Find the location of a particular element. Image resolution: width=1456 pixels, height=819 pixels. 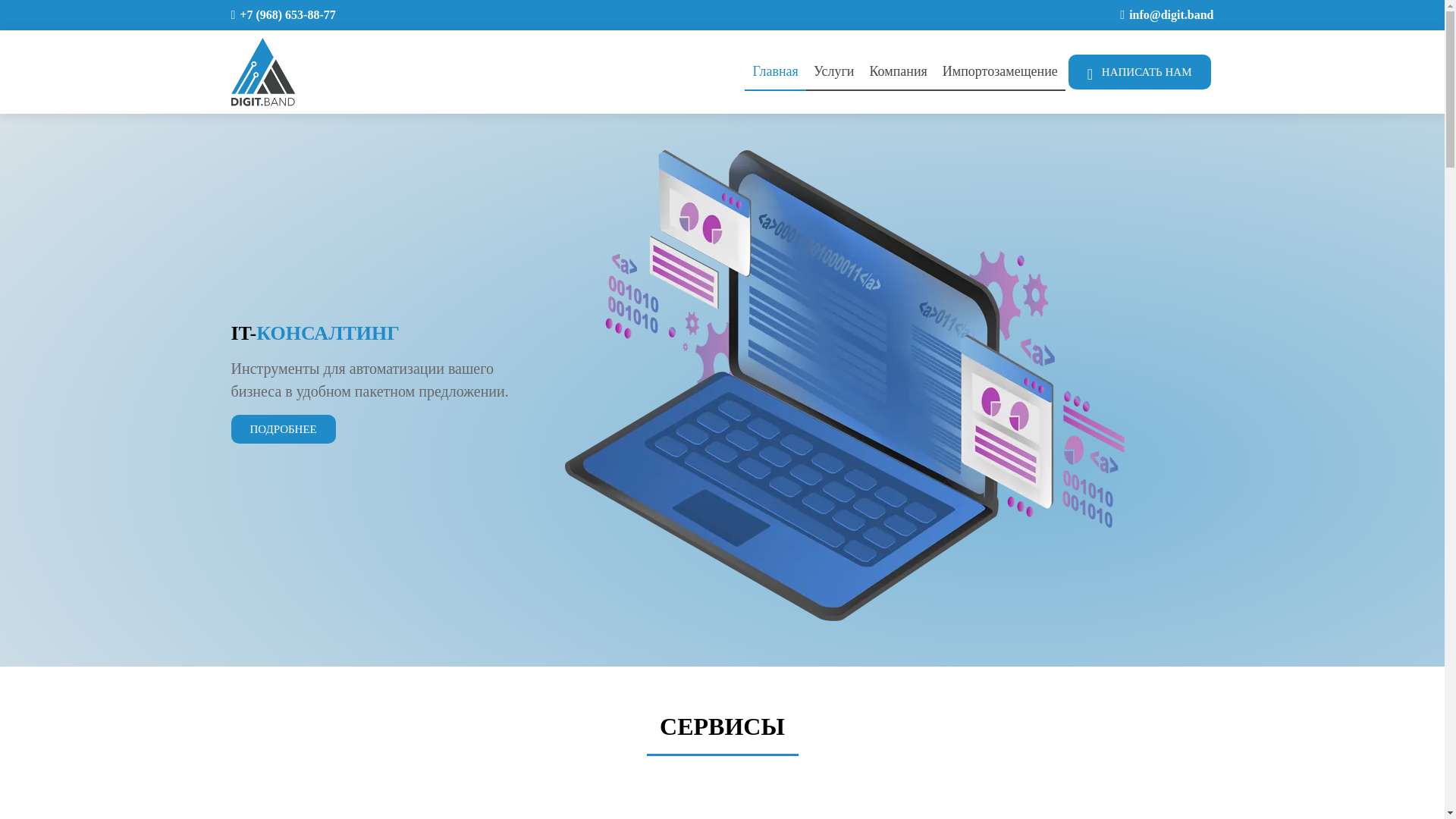

'+7 (968) 653-88-77' is located at coordinates (287, 14).